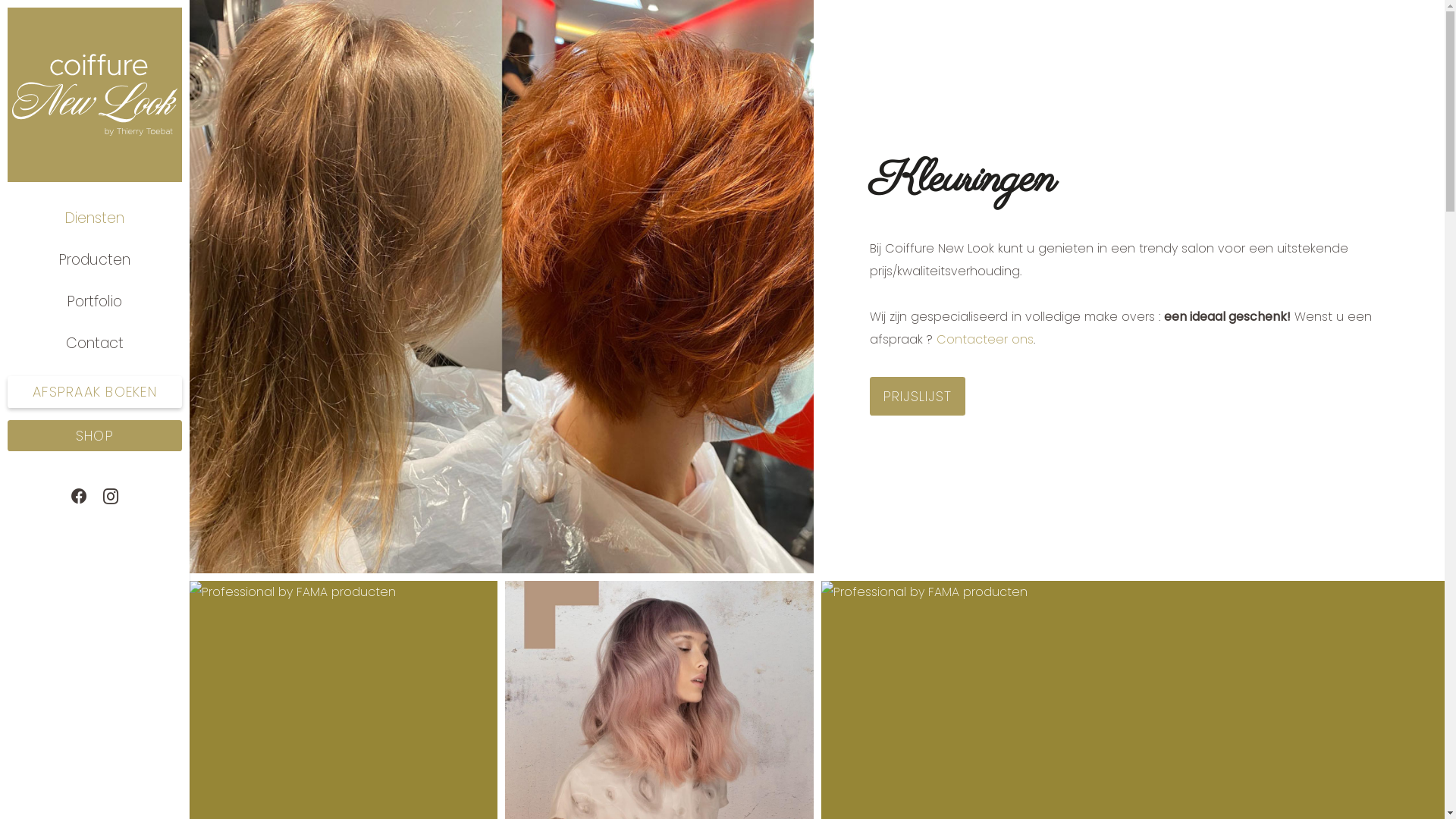 Image resolution: width=1456 pixels, height=819 pixels. Describe the element at coordinates (93, 435) in the screenshot. I see `'SHOP'` at that location.